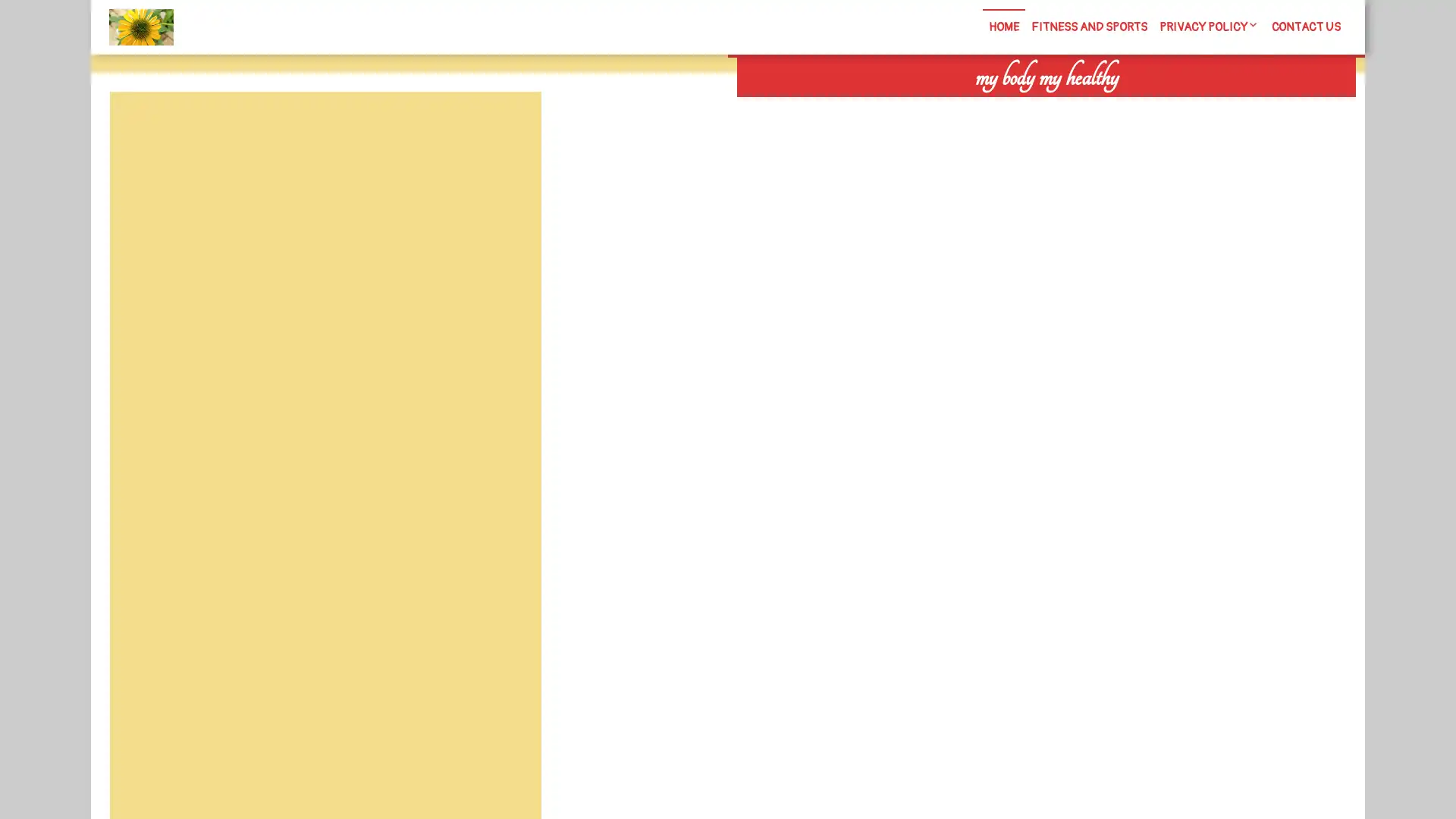 The height and width of the screenshot is (819, 1456). I want to click on Search, so click(506, 127).